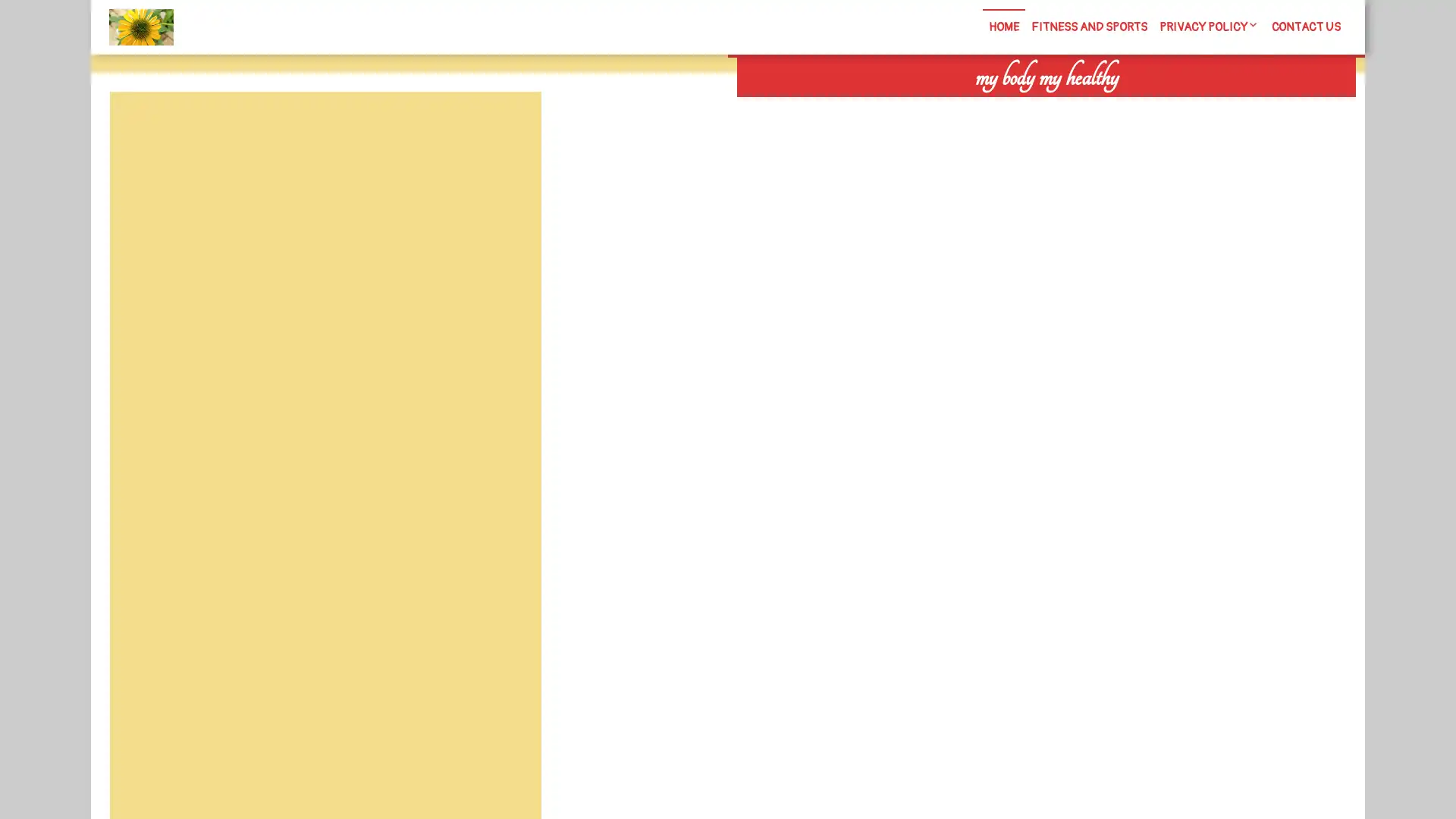 The height and width of the screenshot is (819, 1456). I want to click on Search, so click(506, 127).